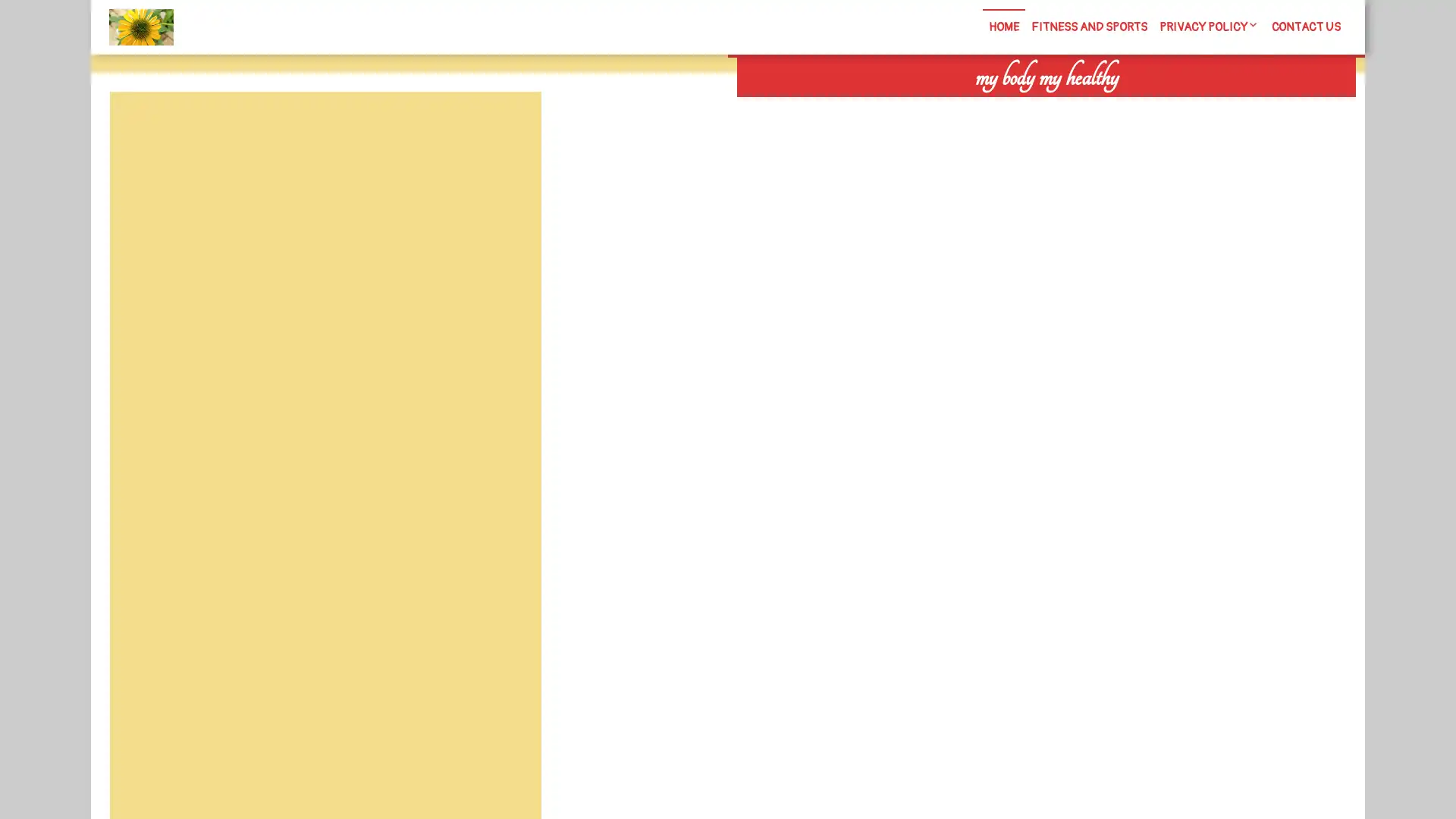 The height and width of the screenshot is (819, 1456). I want to click on Search, so click(506, 127).